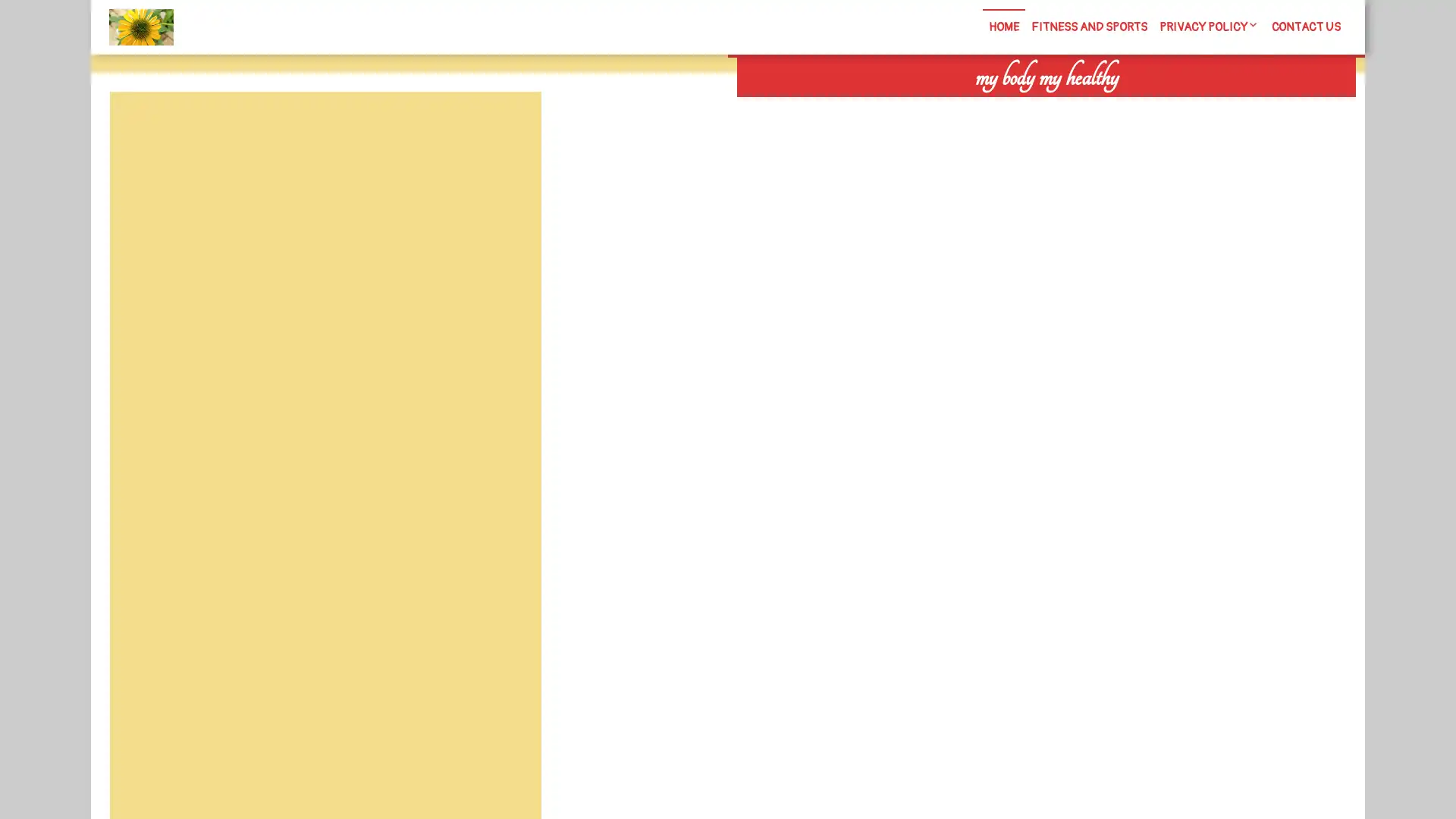 The height and width of the screenshot is (819, 1456). I want to click on Search, so click(506, 127).